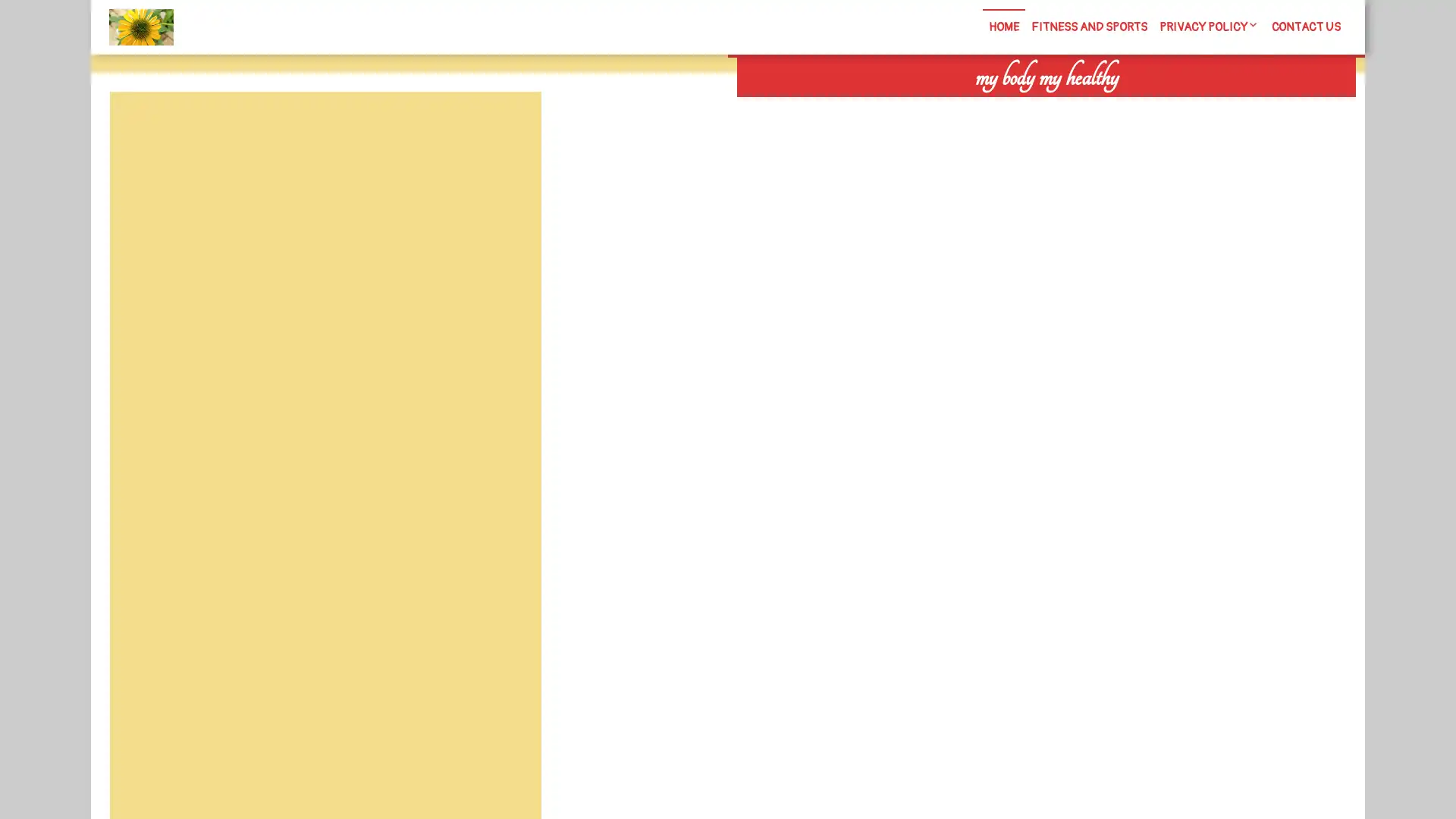 The height and width of the screenshot is (819, 1456). I want to click on Search, so click(506, 127).